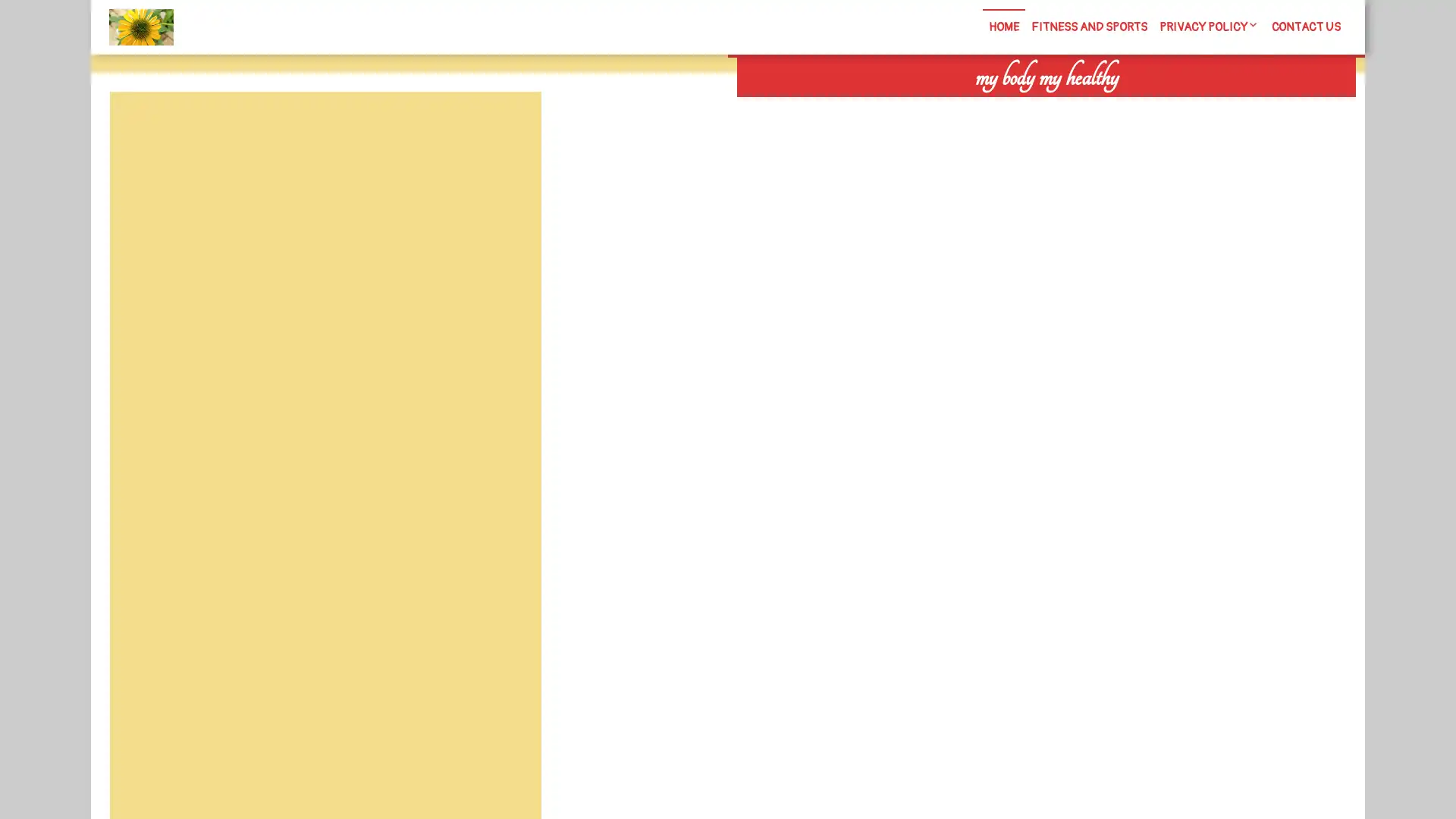 The height and width of the screenshot is (819, 1456). I want to click on Search, so click(506, 127).